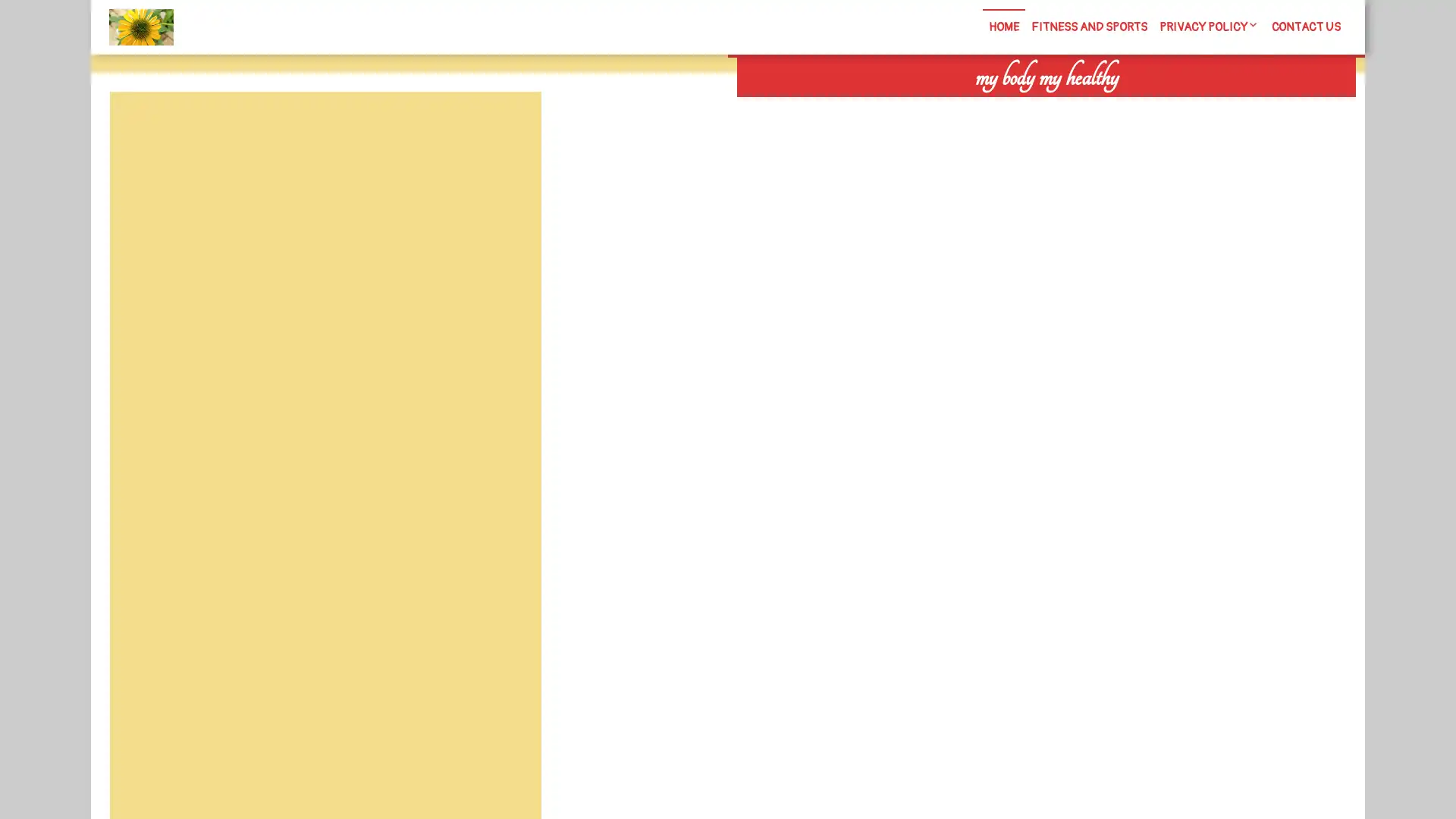 The height and width of the screenshot is (819, 1456). I want to click on Search, so click(506, 127).